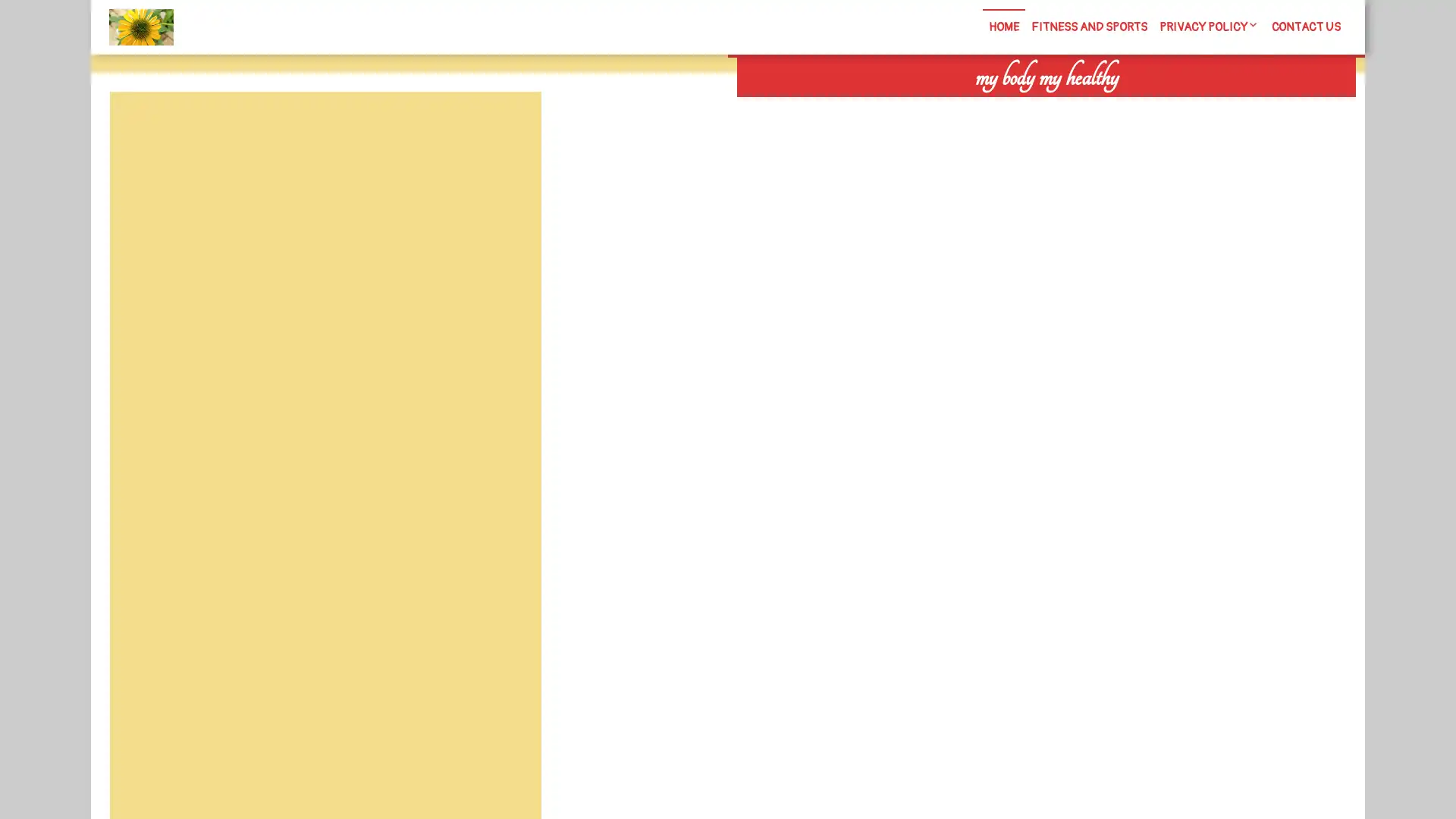 The height and width of the screenshot is (819, 1456). I want to click on Search, so click(506, 127).